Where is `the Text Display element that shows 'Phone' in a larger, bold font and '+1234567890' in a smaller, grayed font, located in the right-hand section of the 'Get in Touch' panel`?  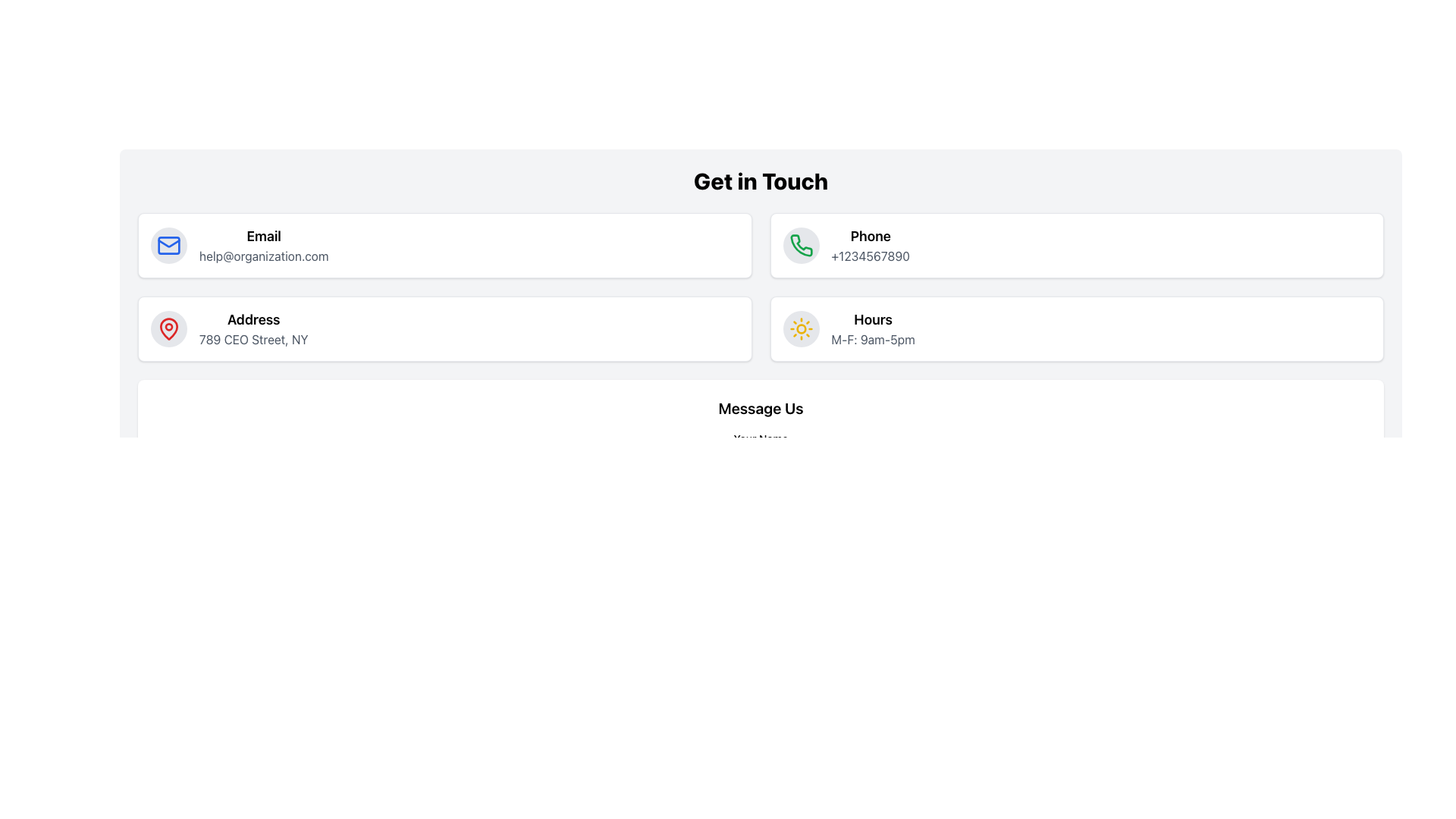
the Text Display element that shows 'Phone' in a larger, bold font and '+1234567890' in a smaller, grayed font, located in the right-hand section of the 'Get in Touch' panel is located at coordinates (871, 245).